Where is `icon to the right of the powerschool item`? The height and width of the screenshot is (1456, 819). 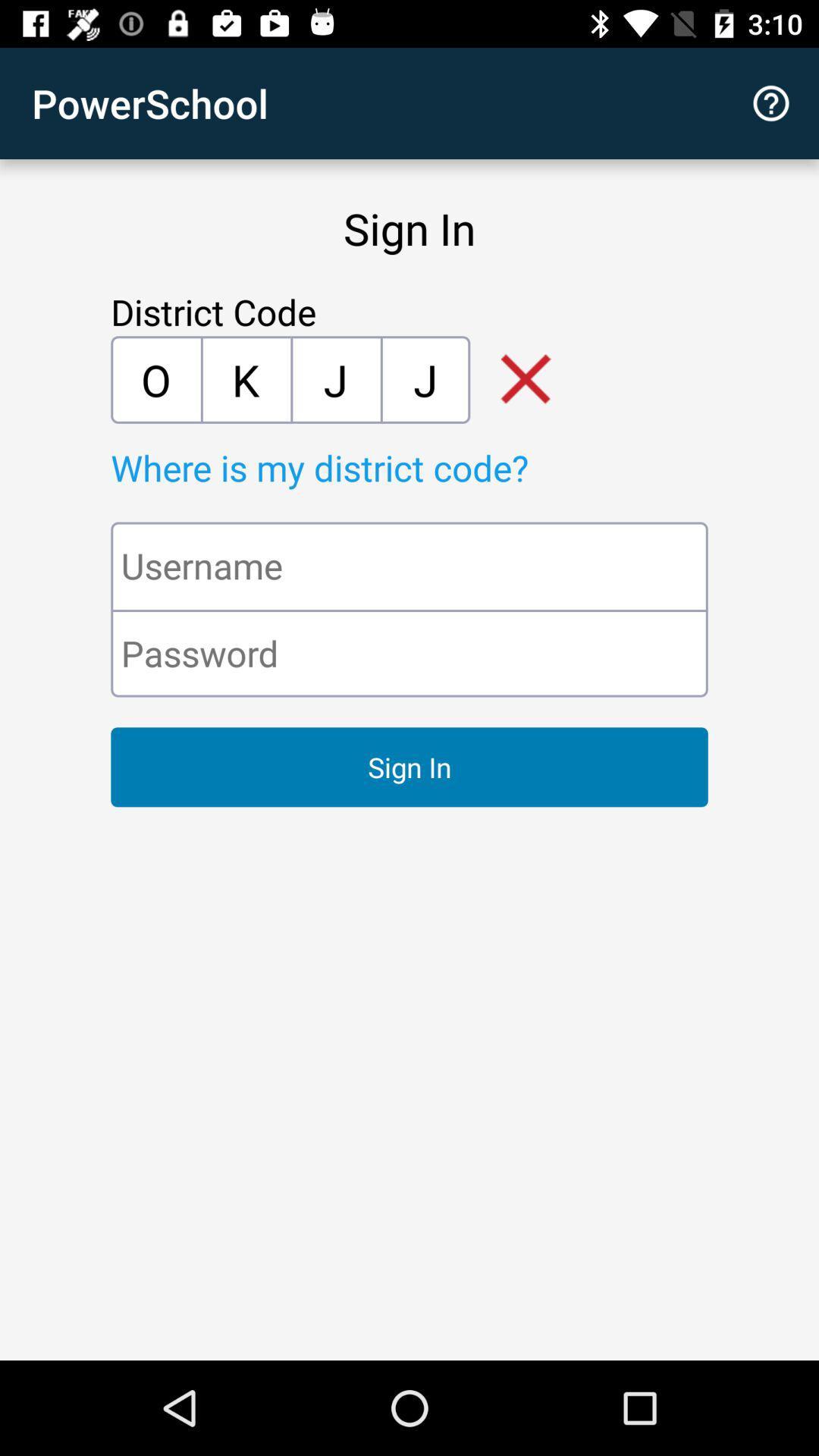 icon to the right of the powerschool item is located at coordinates (771, 102).